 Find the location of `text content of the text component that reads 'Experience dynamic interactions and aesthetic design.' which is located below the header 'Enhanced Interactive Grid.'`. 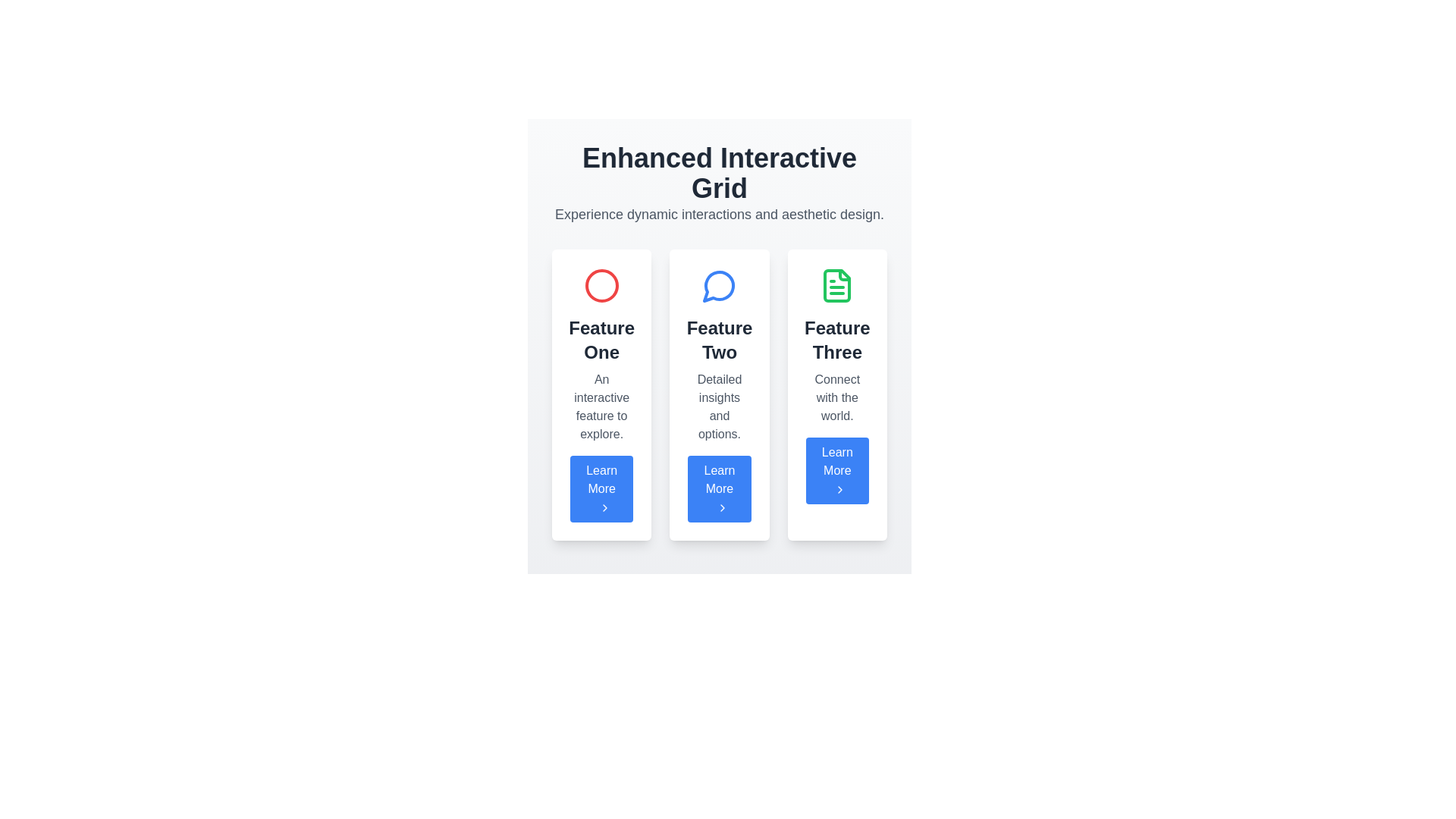

text content of the text component that reads 'Experience dynamic interactions and aesthetic design.' which is located below the header 'Enhanced Interactive Grid.' is located at coordinates (719, 214).